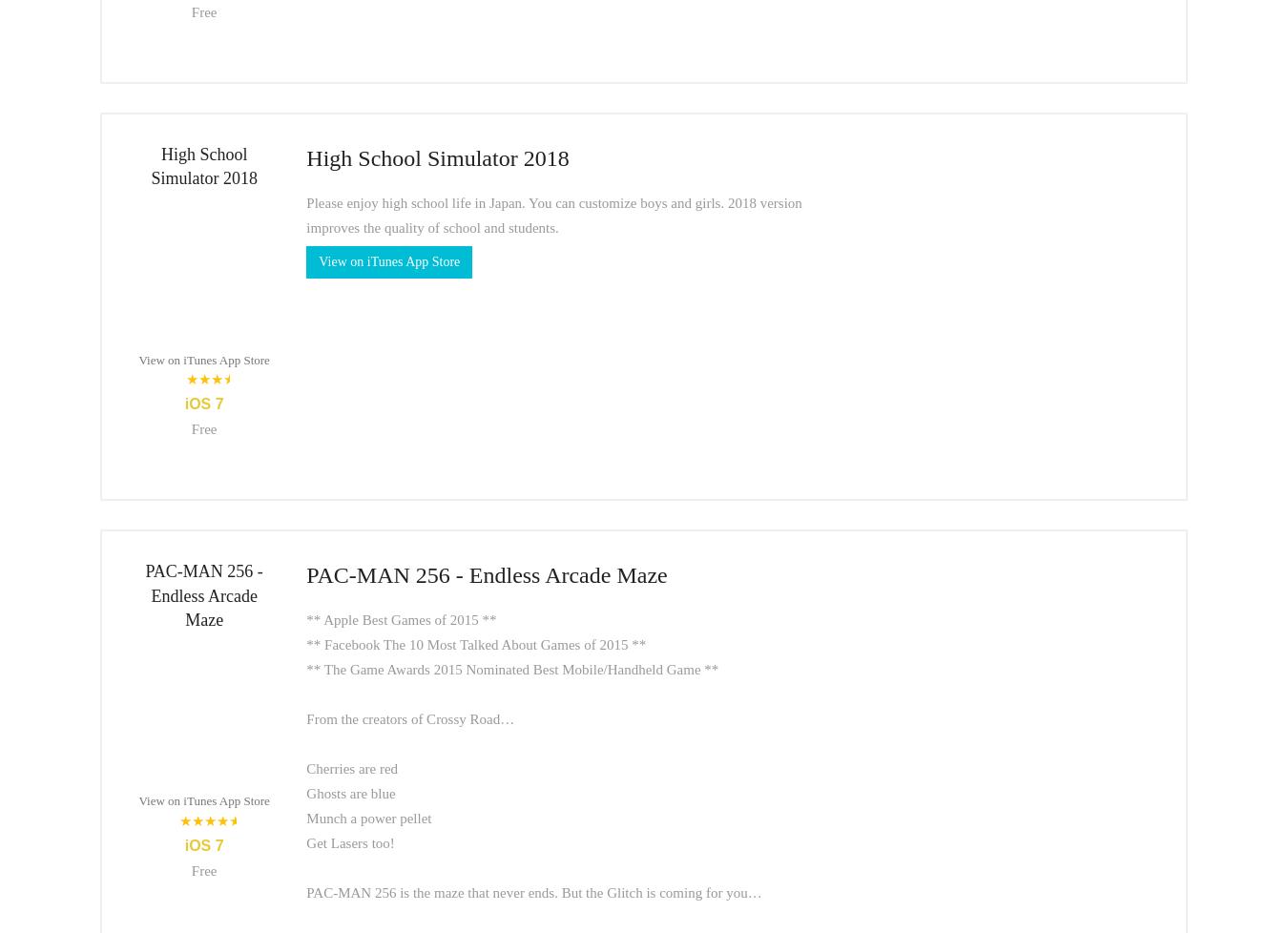 This screenshot has width=1288, height=933. Describe the element at coordinates (474, 644) in the screenshot. I see `'** Facebook The 10 Most Talked About Games of 2015 **'` at that location.